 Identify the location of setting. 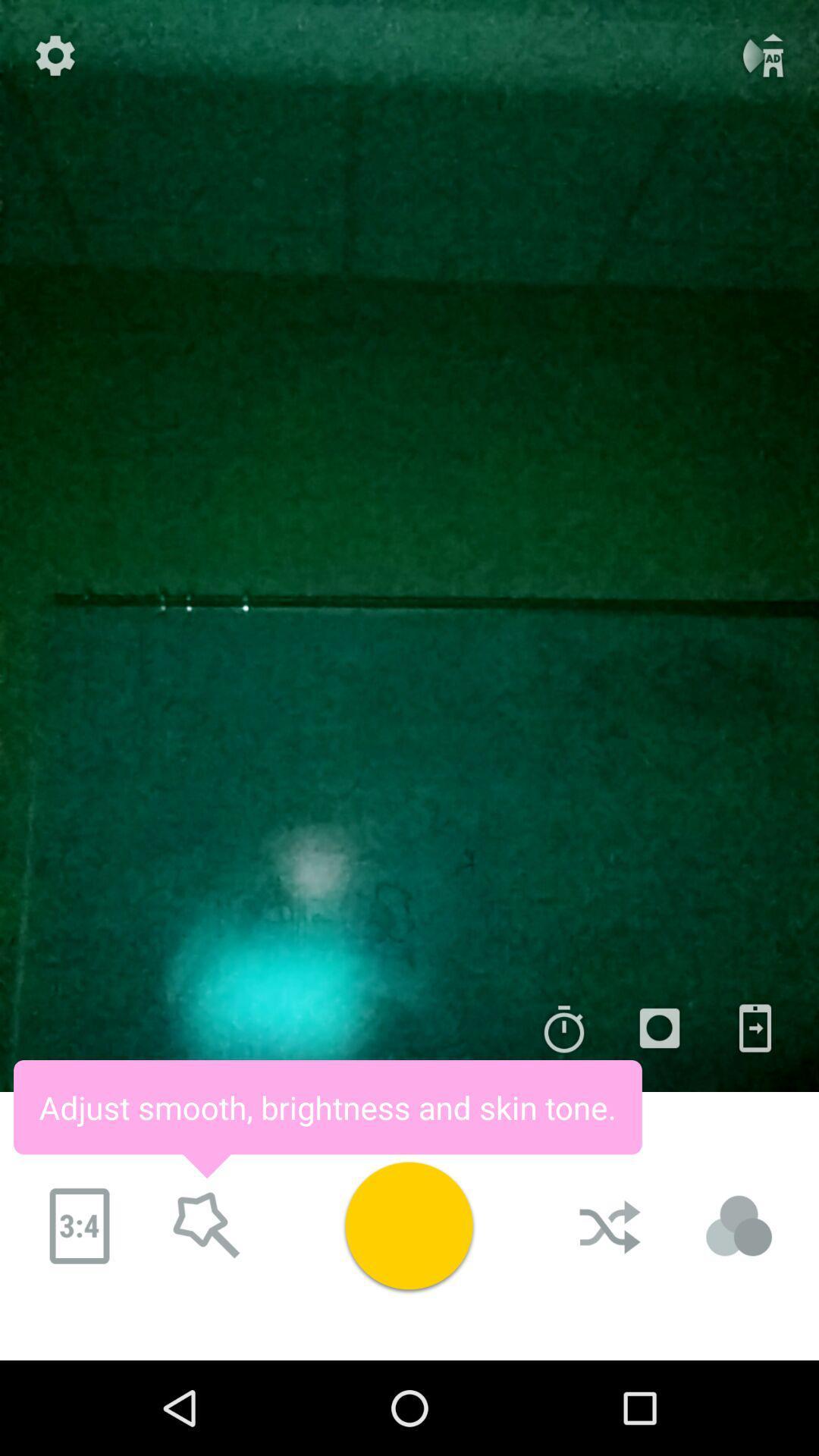
(55, 55).